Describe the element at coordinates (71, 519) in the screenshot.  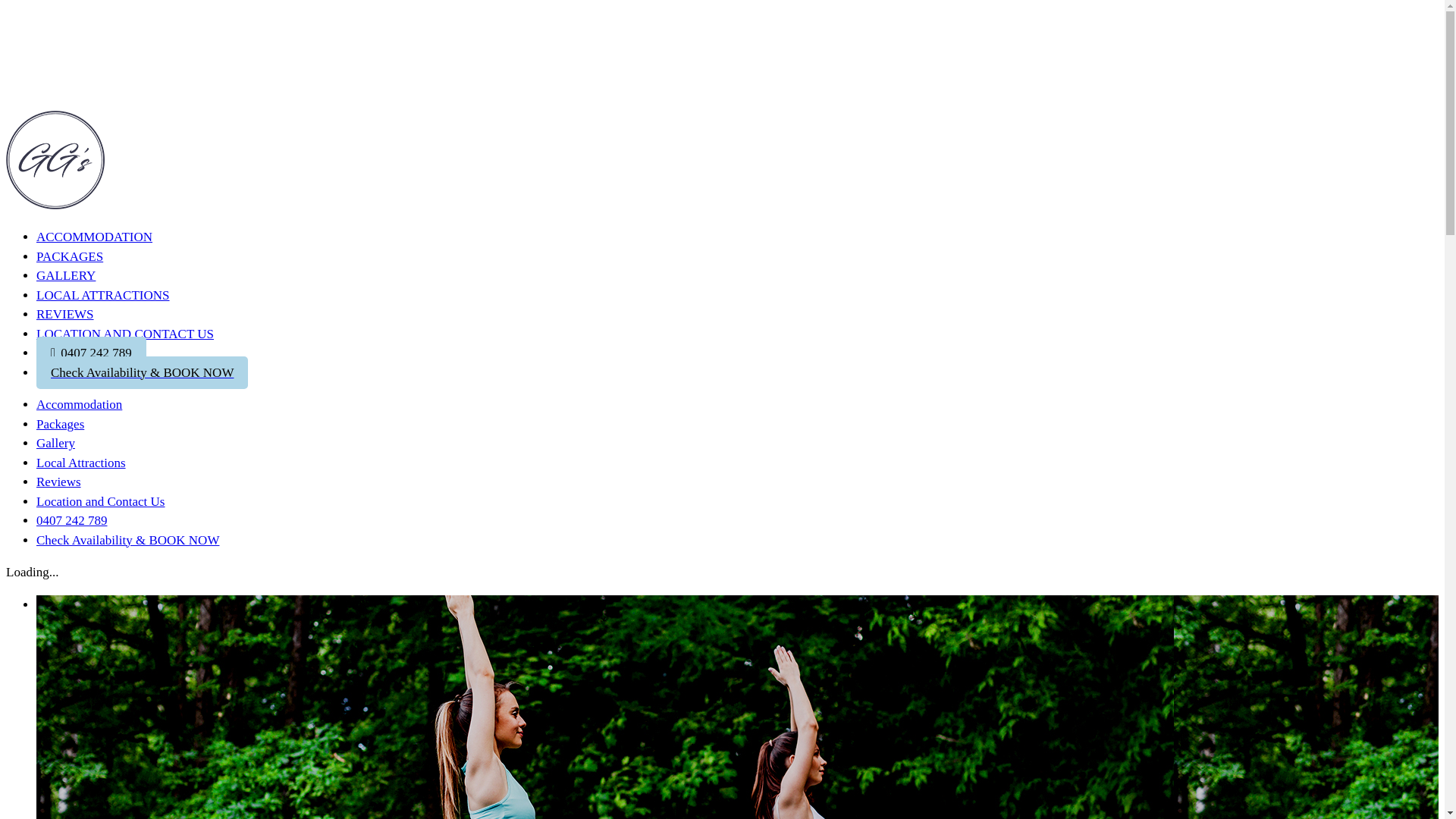
I see `'0407 242 789'` at that location.